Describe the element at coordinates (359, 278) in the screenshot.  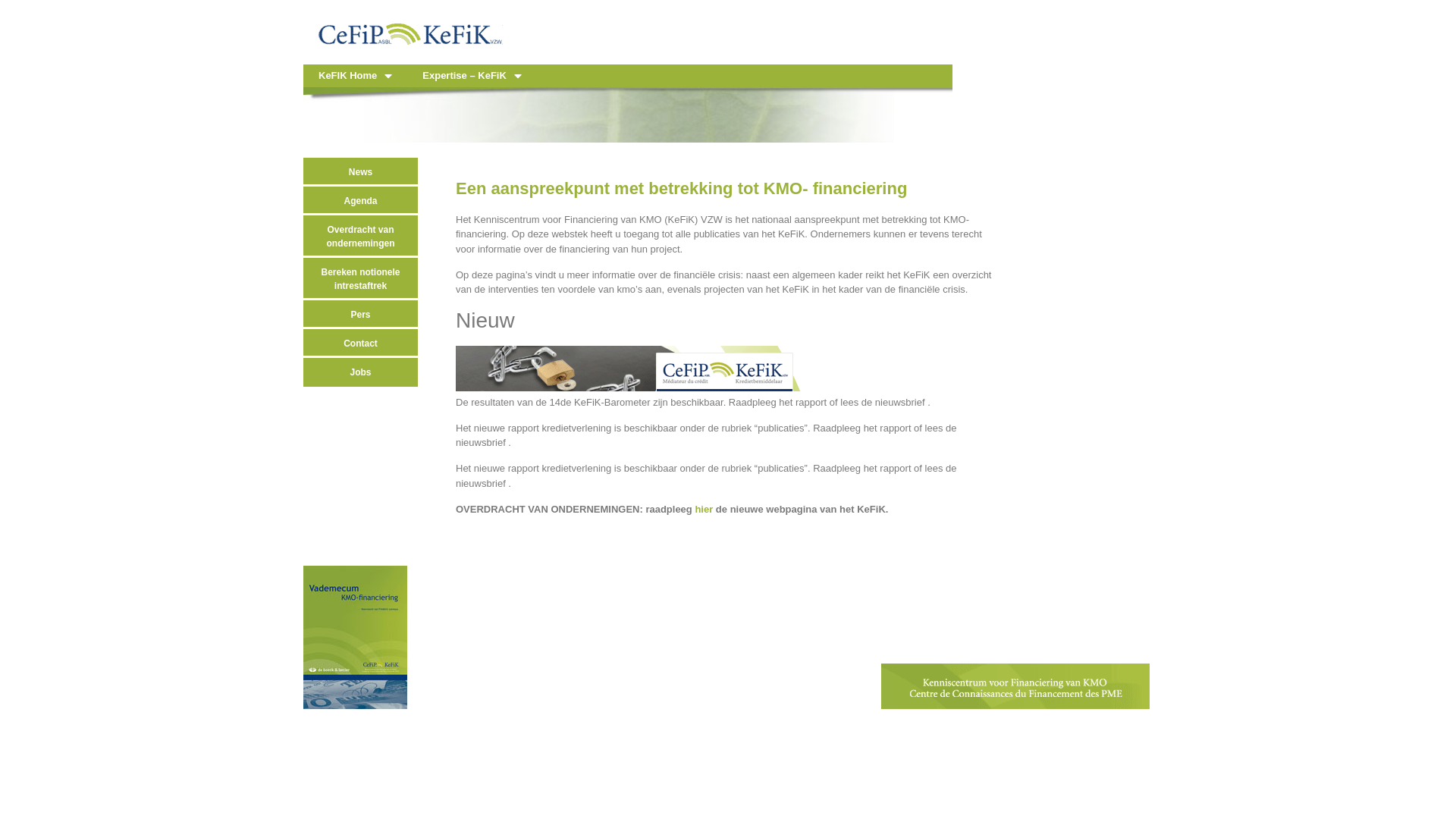
I see `'Bereken notionele intrestaftrek'` at that location.